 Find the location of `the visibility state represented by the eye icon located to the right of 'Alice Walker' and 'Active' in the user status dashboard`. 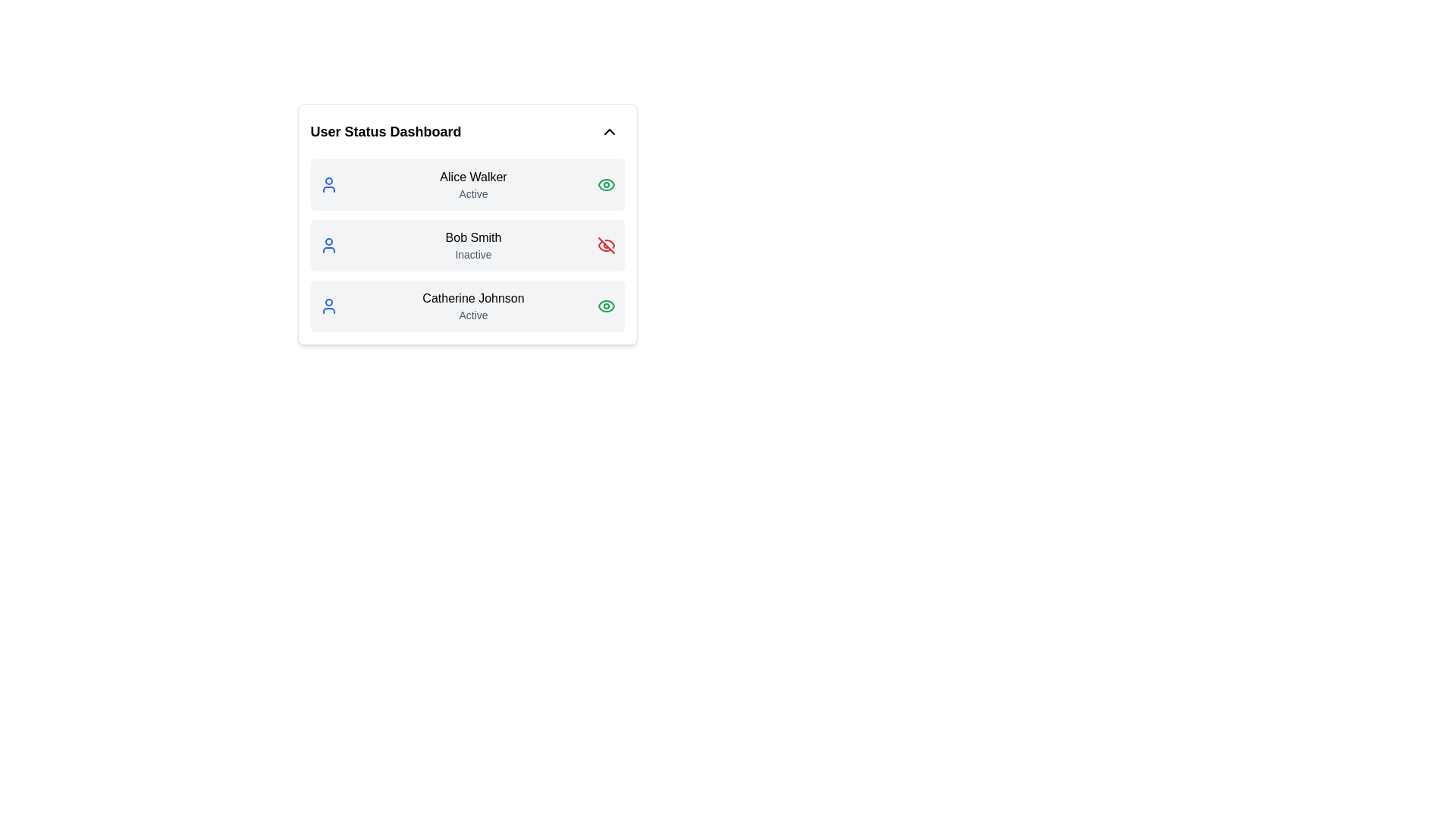

the visibility state represented by the eye icon located to the right of 'Alice Walker' and 'Active' in the user status dashboard is located at coordinates (605, 184).